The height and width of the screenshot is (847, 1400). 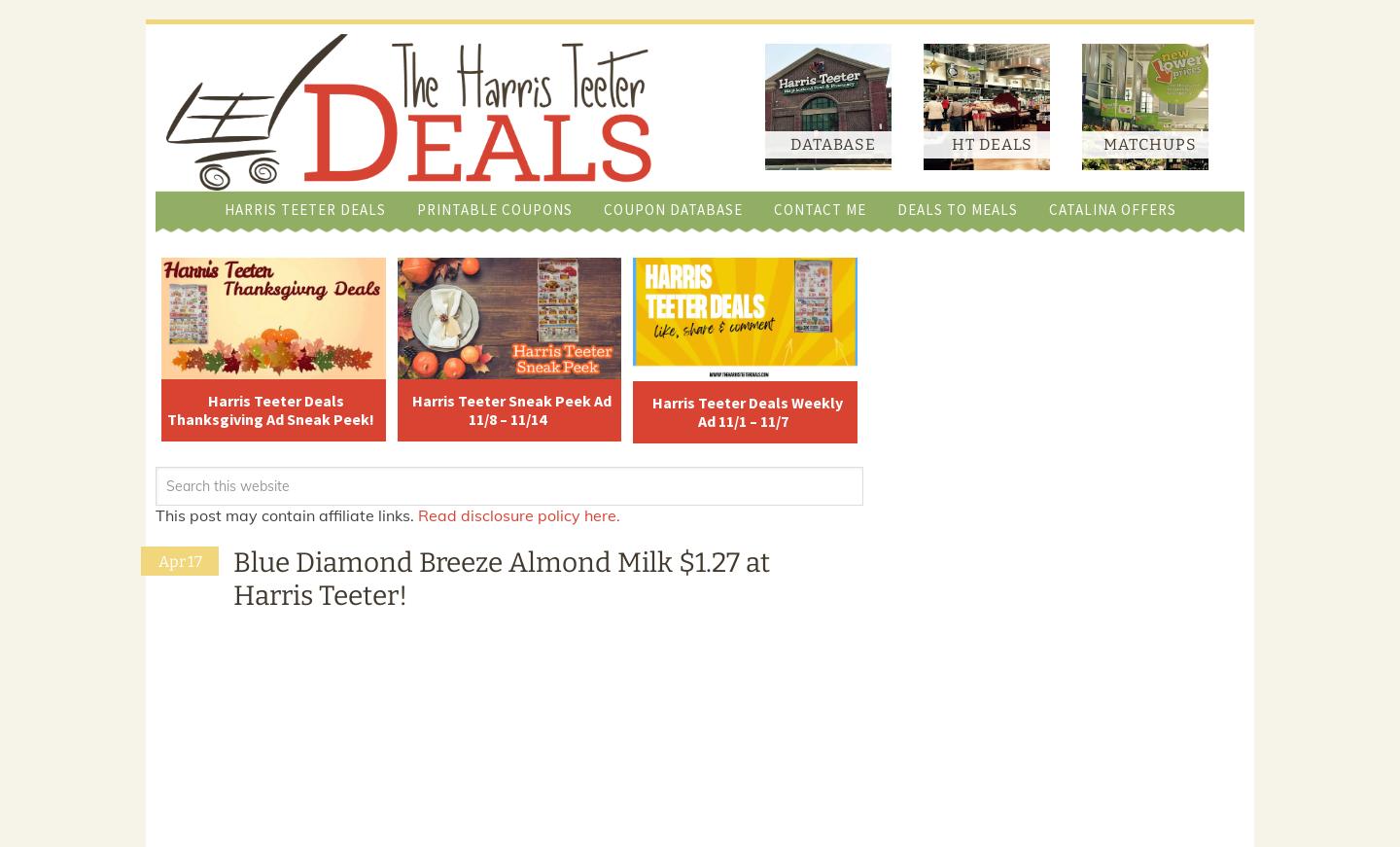 I want to click on '17', so click(x=193, y=560).